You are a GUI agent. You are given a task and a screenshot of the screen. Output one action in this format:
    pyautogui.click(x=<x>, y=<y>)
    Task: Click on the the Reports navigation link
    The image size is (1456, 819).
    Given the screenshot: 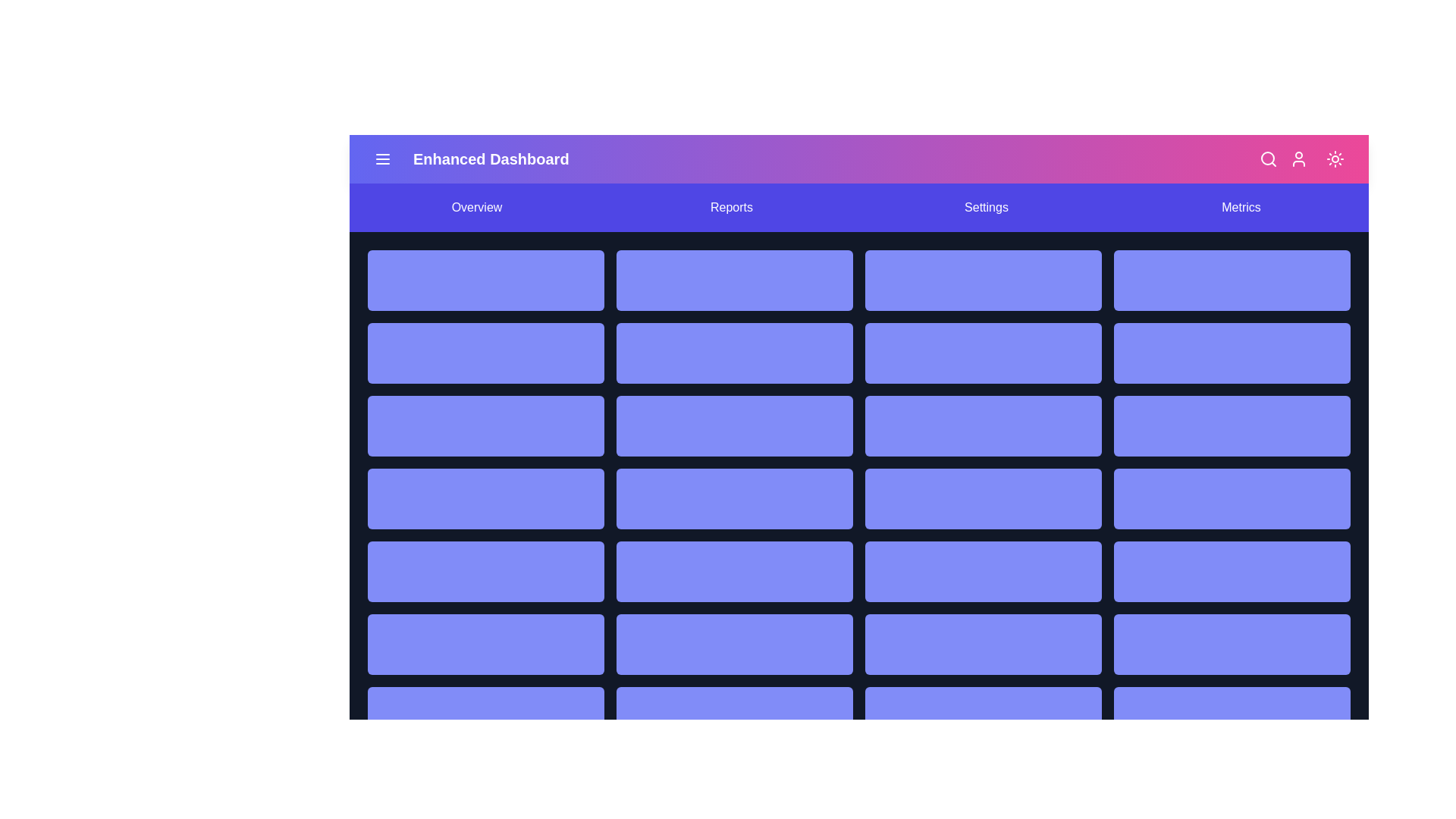 What is the action you would take?
    pyautogui.click(x=731, y=207)
    